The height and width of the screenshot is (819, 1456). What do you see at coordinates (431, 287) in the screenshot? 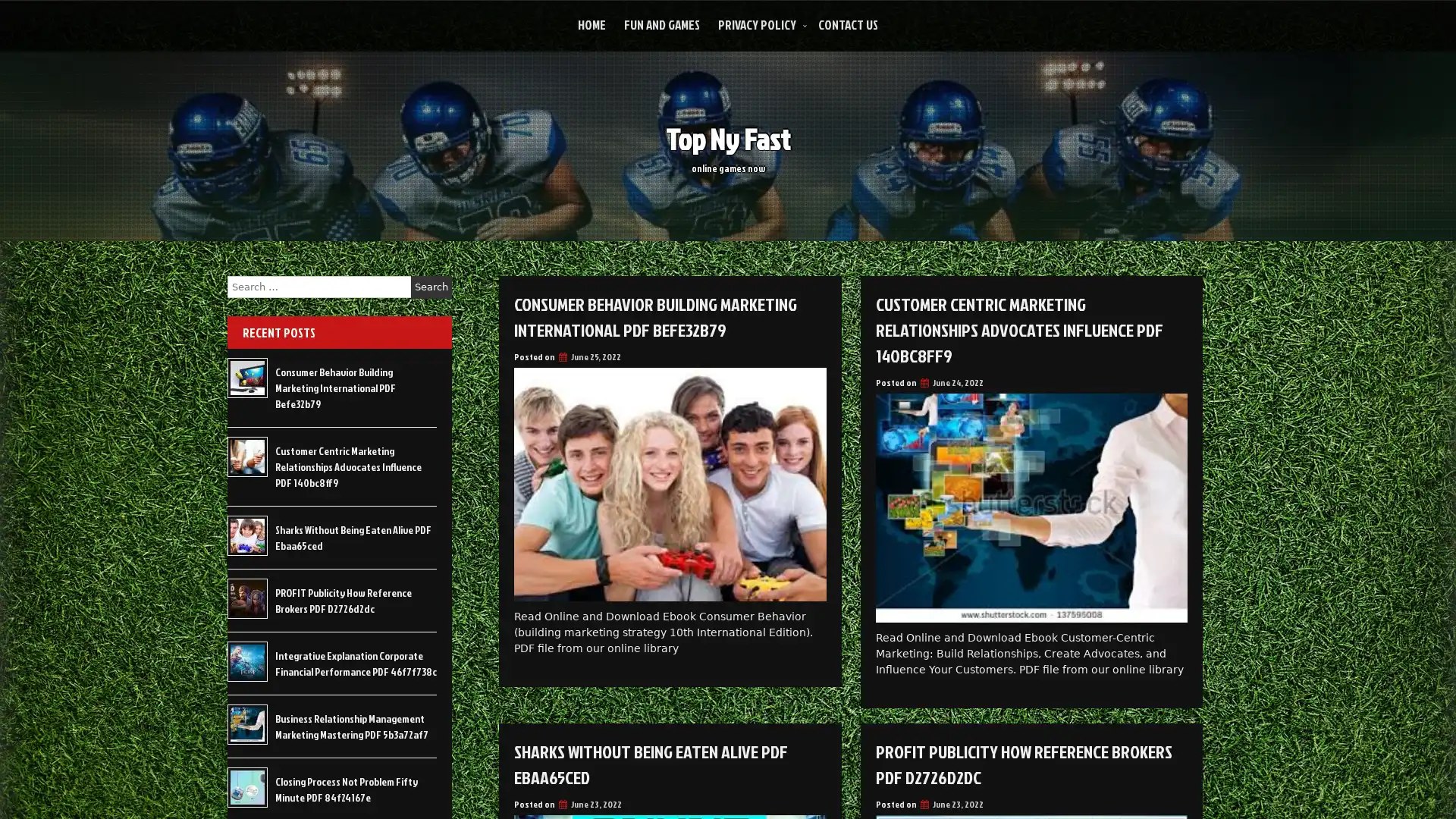
I see `Search` at bounding box center [431, 287].